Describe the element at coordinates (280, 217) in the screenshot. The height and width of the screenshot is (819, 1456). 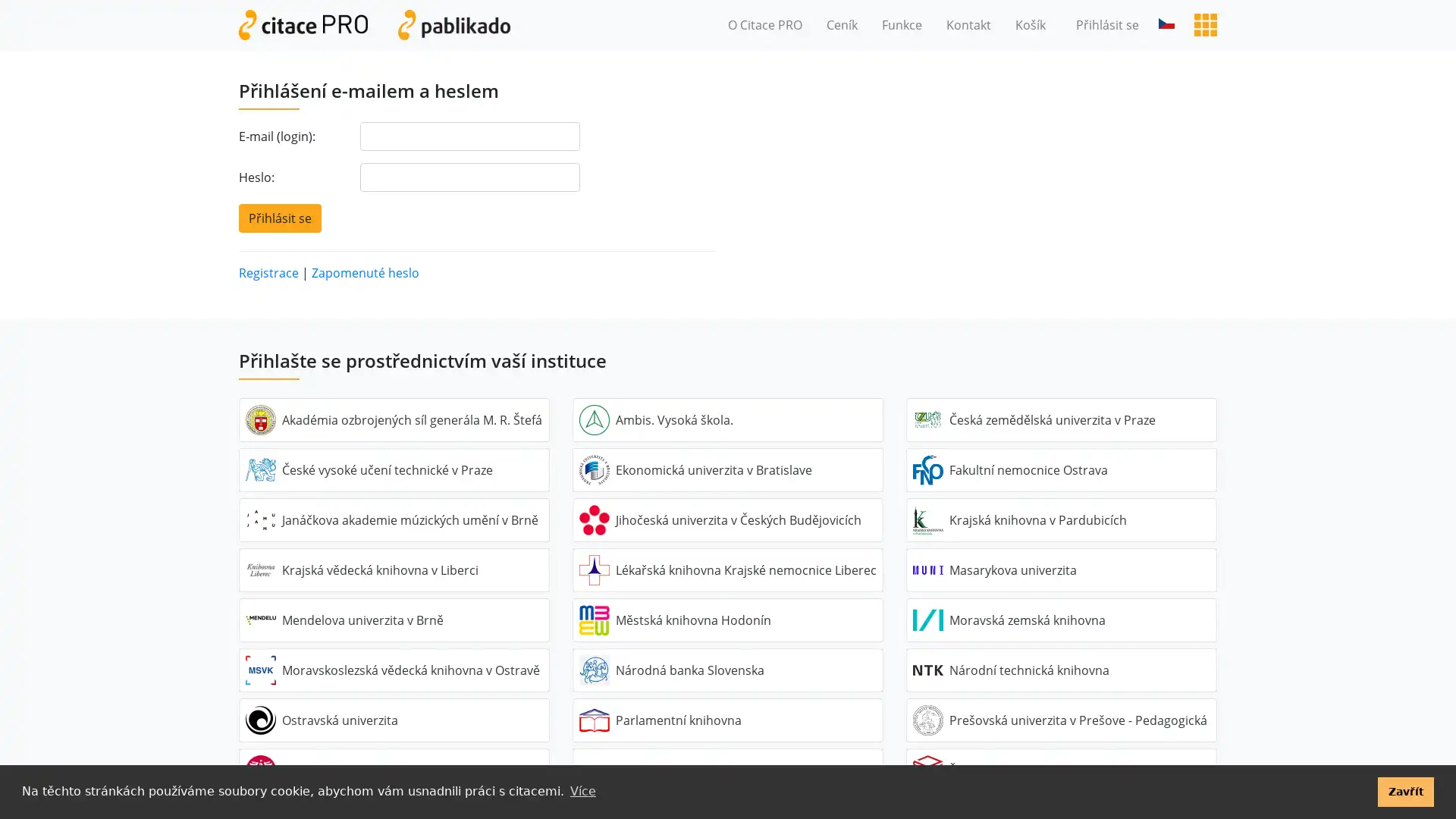
I see `Prihlasit se` at that location.